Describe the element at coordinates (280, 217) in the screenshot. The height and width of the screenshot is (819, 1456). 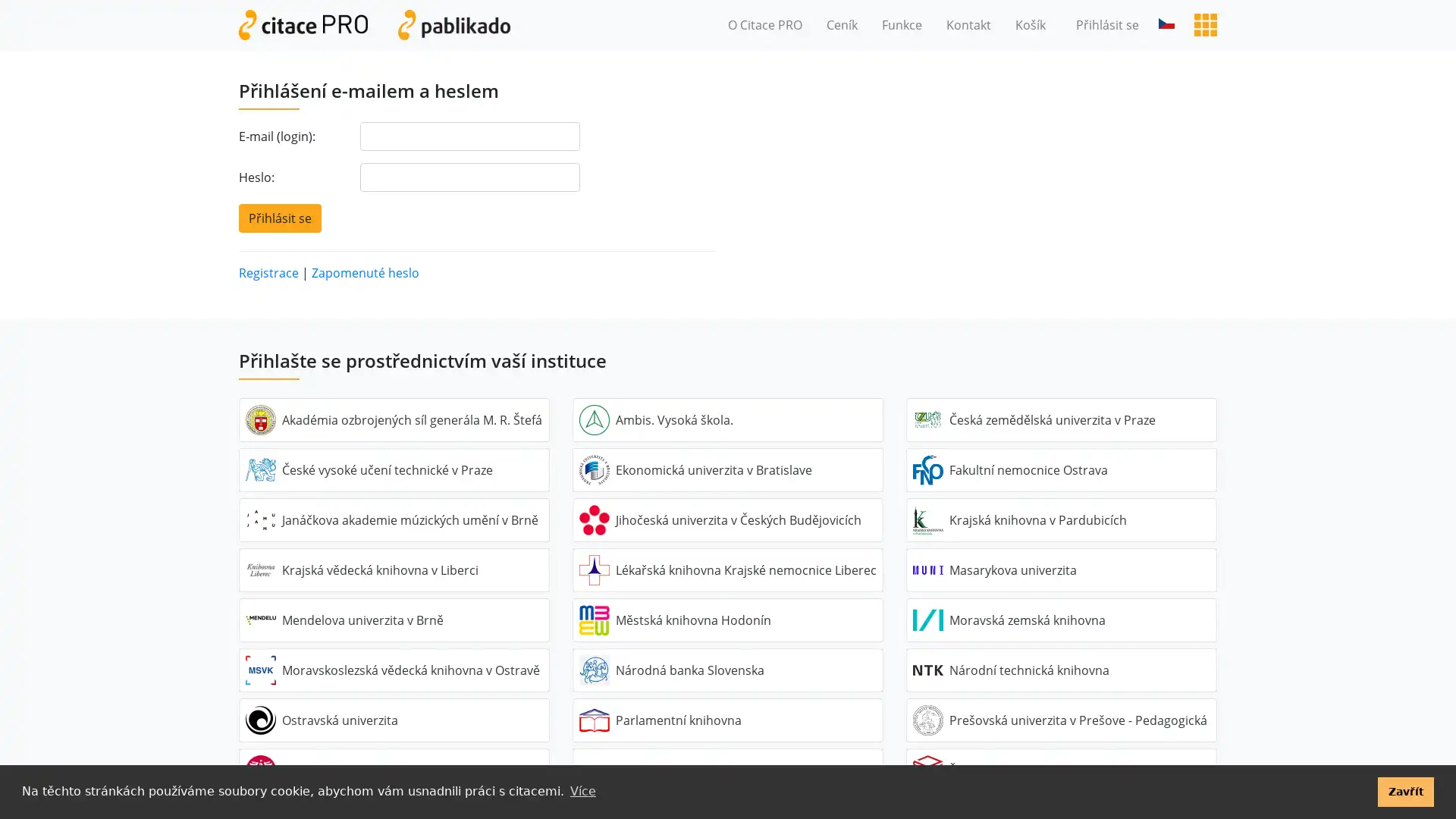
I see `Prihlasit se` at that location.